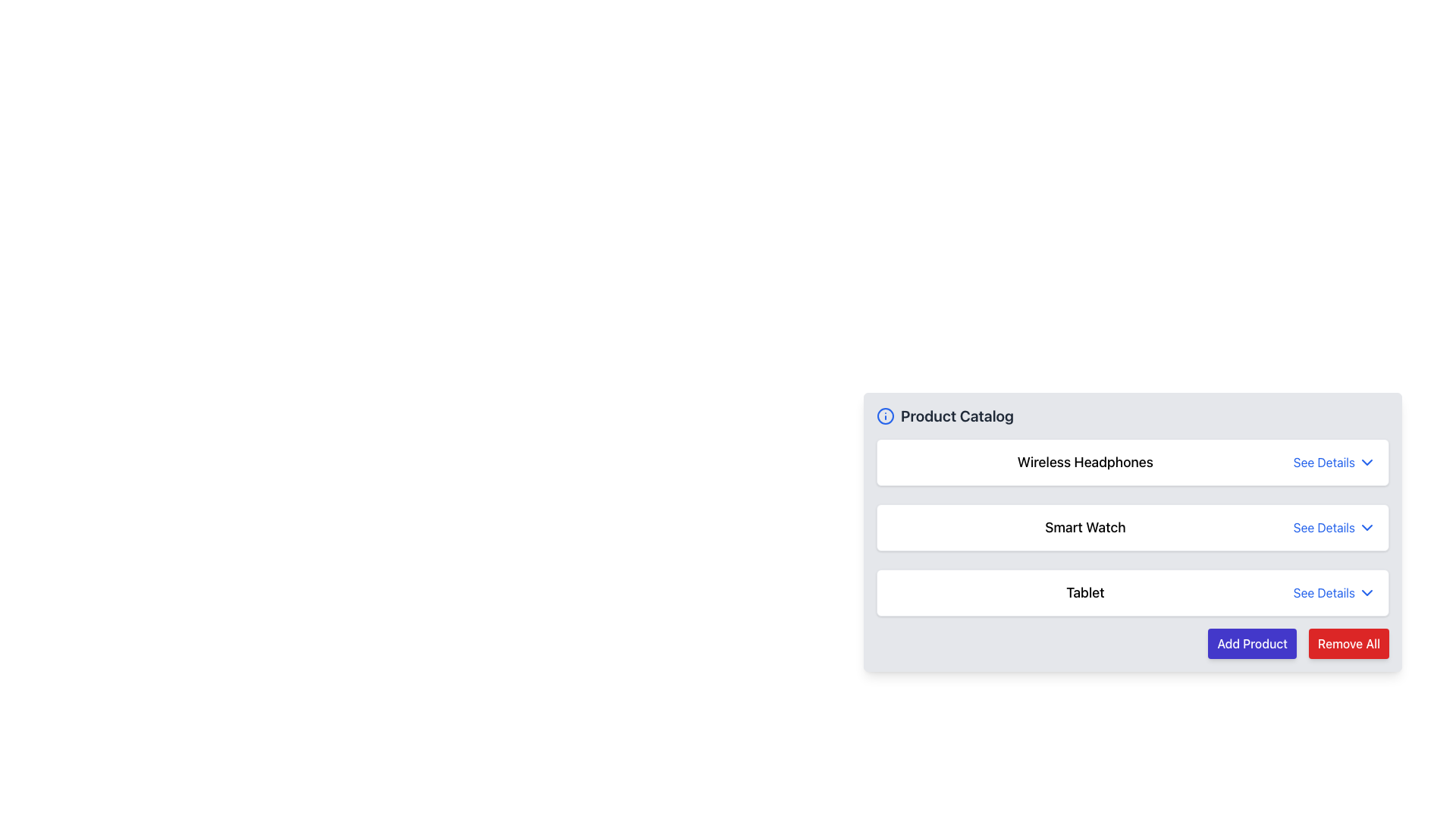 Image resolution: width=1456 pixels, height=819 pixels. I want to click on the 'Add Product' button located at the bottom-right of the product catalog interface, so click(1252, 643).